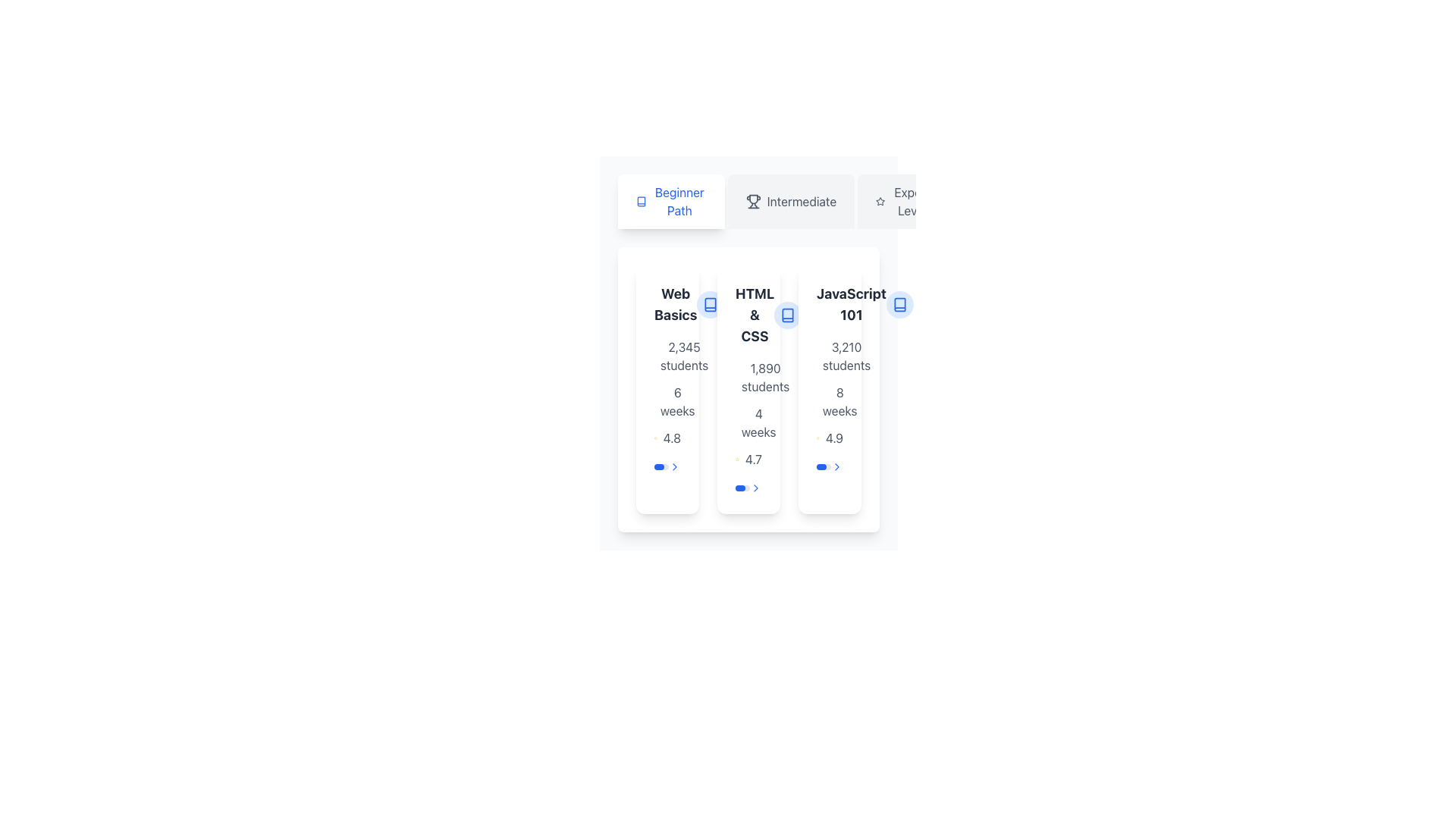  What do you see at coordinates (829, 438) in the screenshot?
I see `the static display component that shows the rating for the 'JavaScript 101' course, located at the bottom of the card beneath the '8 weeks' text` at bounding box center [829, 438].